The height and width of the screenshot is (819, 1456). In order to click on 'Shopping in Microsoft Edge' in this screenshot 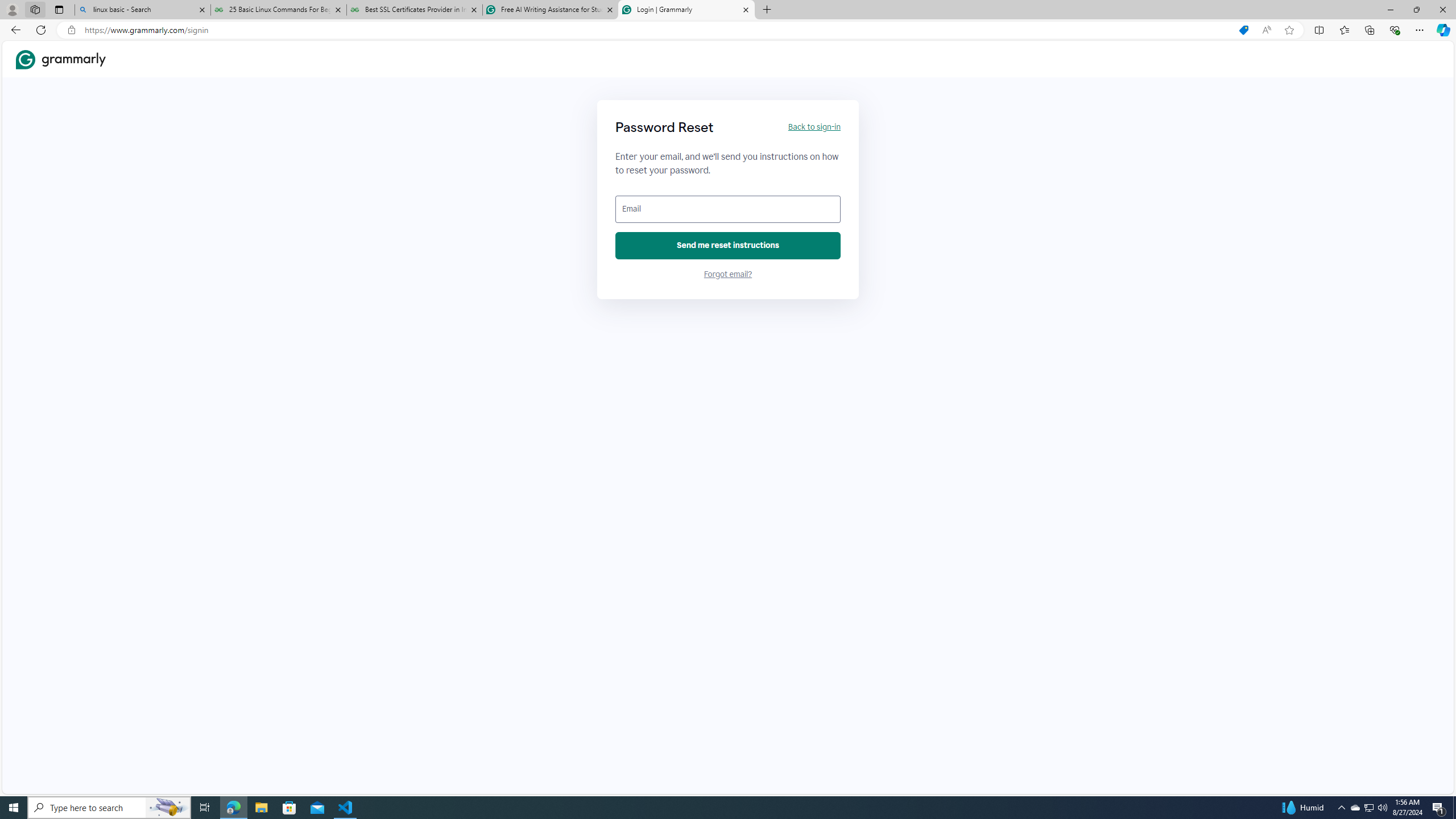, I will do `click(1243, 30)`.